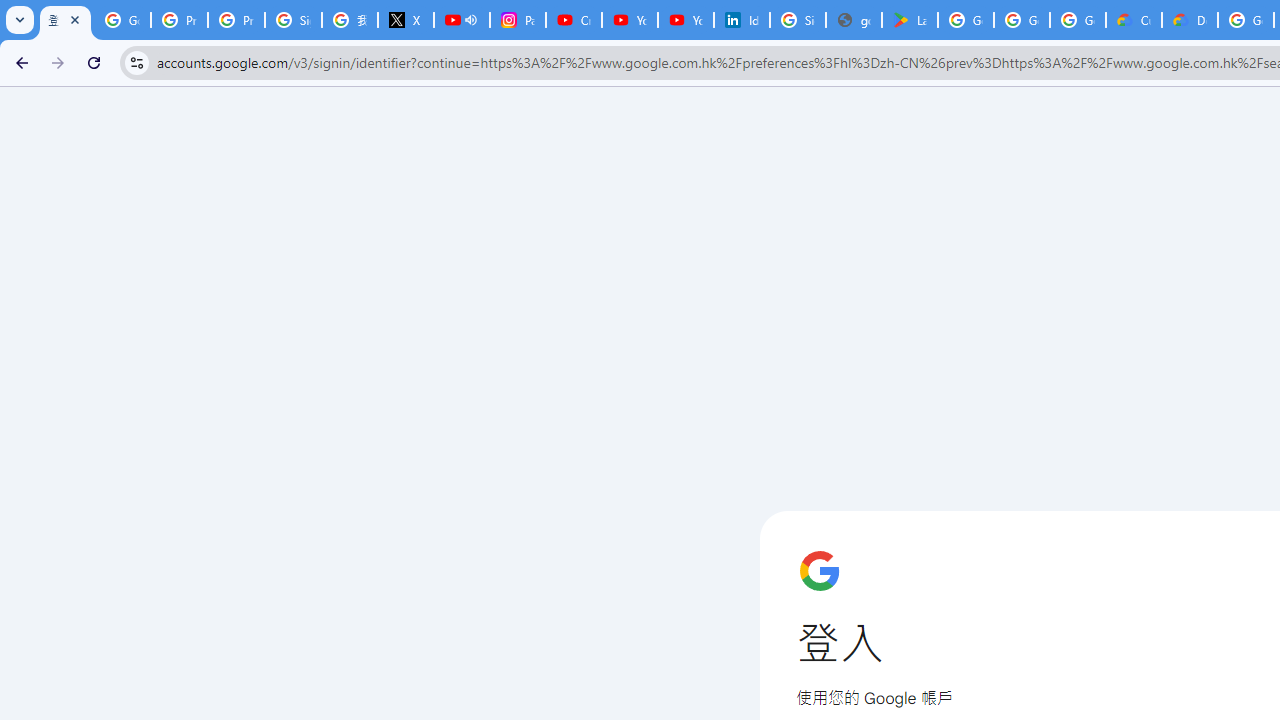 This screenshot has width=1280, height=720. What do you see at coordinates (797, 20) in the screenshot?
I see `'Sign in - Google Accounts'` at bounding box center [797, 20].